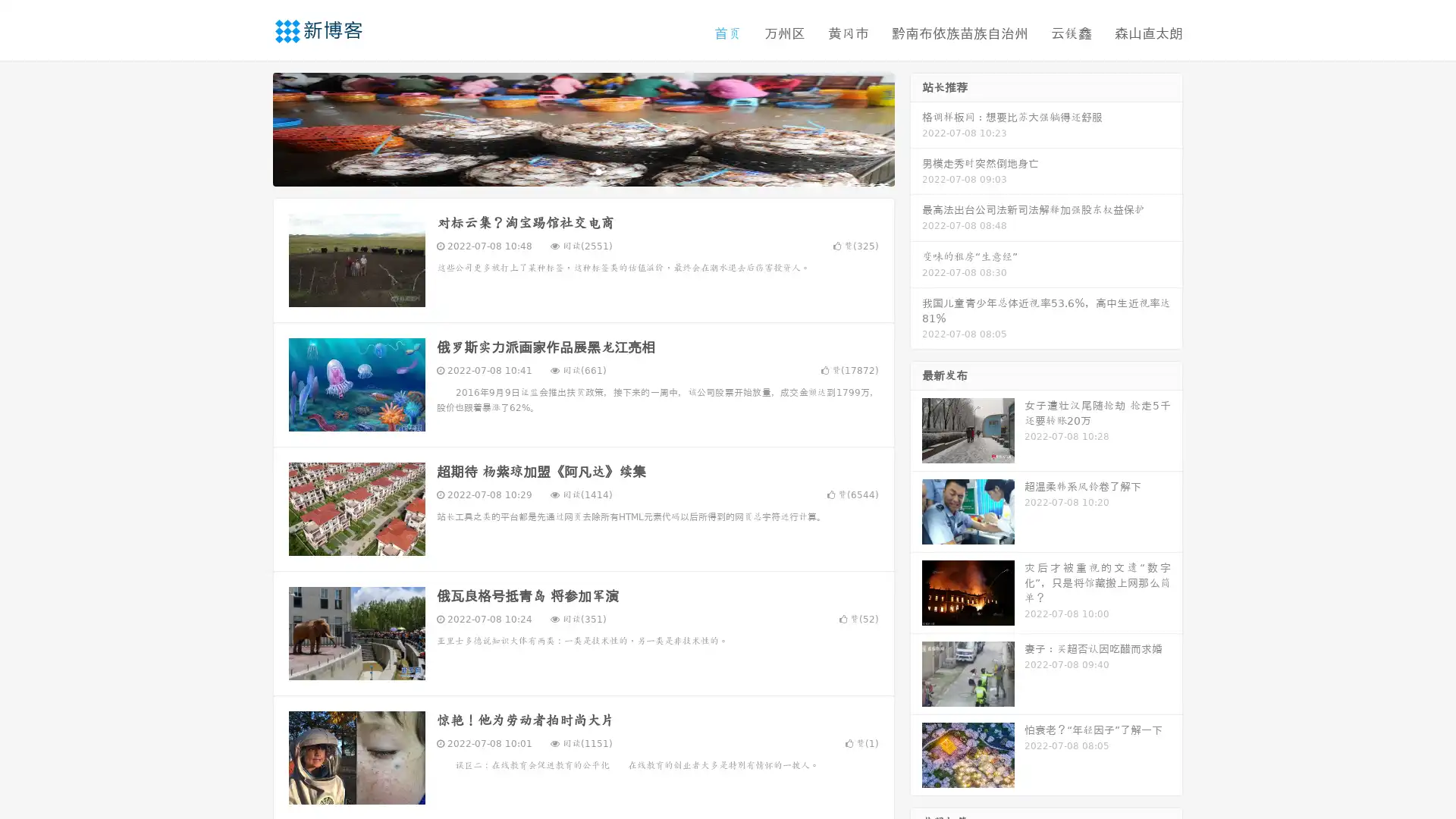  What do you see at coordinates (582, 171) in the screenshot?
I see `Go to slide 2` at bounding box center [582, 171].